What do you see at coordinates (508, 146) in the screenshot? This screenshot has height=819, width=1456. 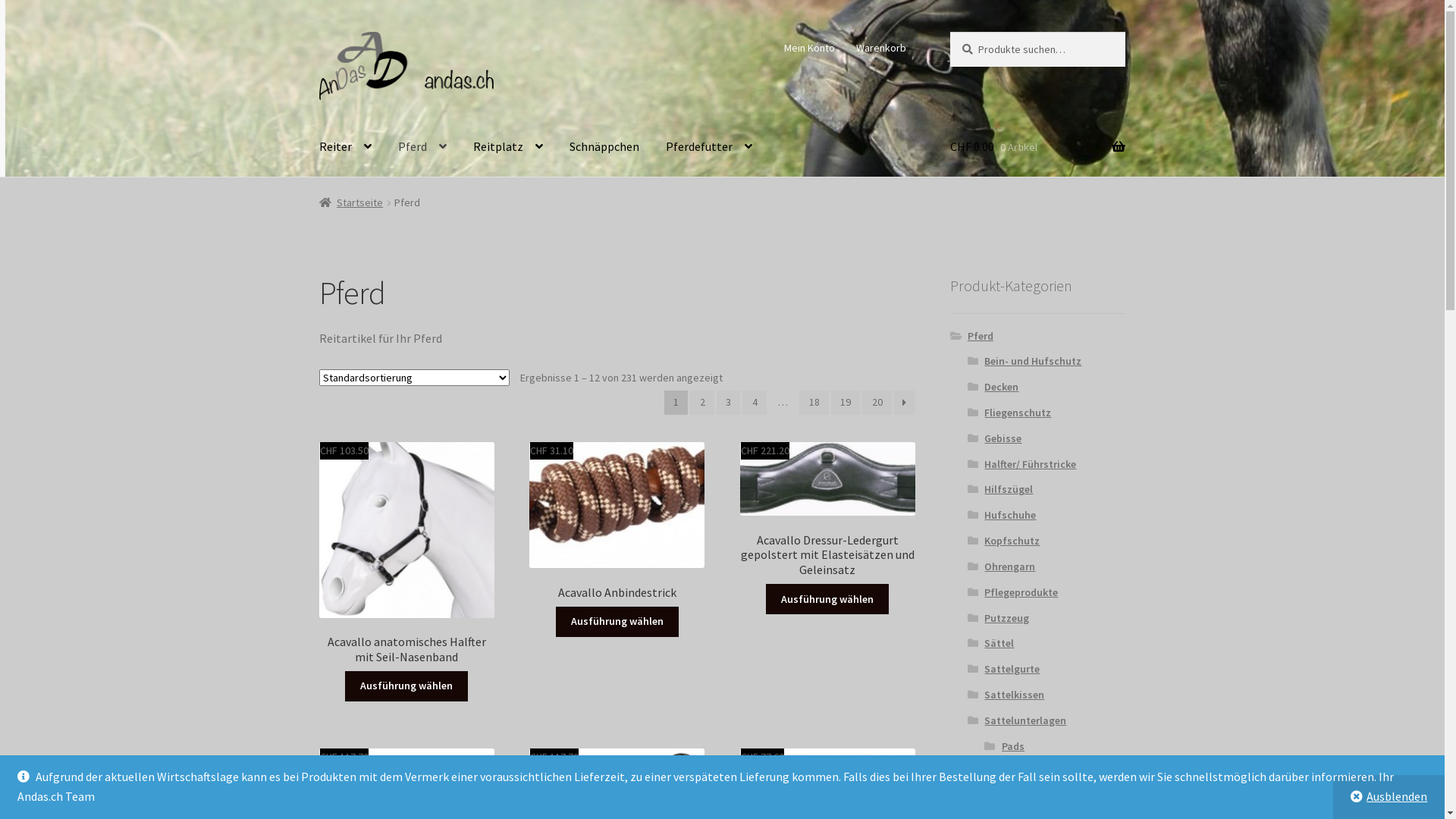 I see `'Reitplatz'` at bounding box center [508, 146].